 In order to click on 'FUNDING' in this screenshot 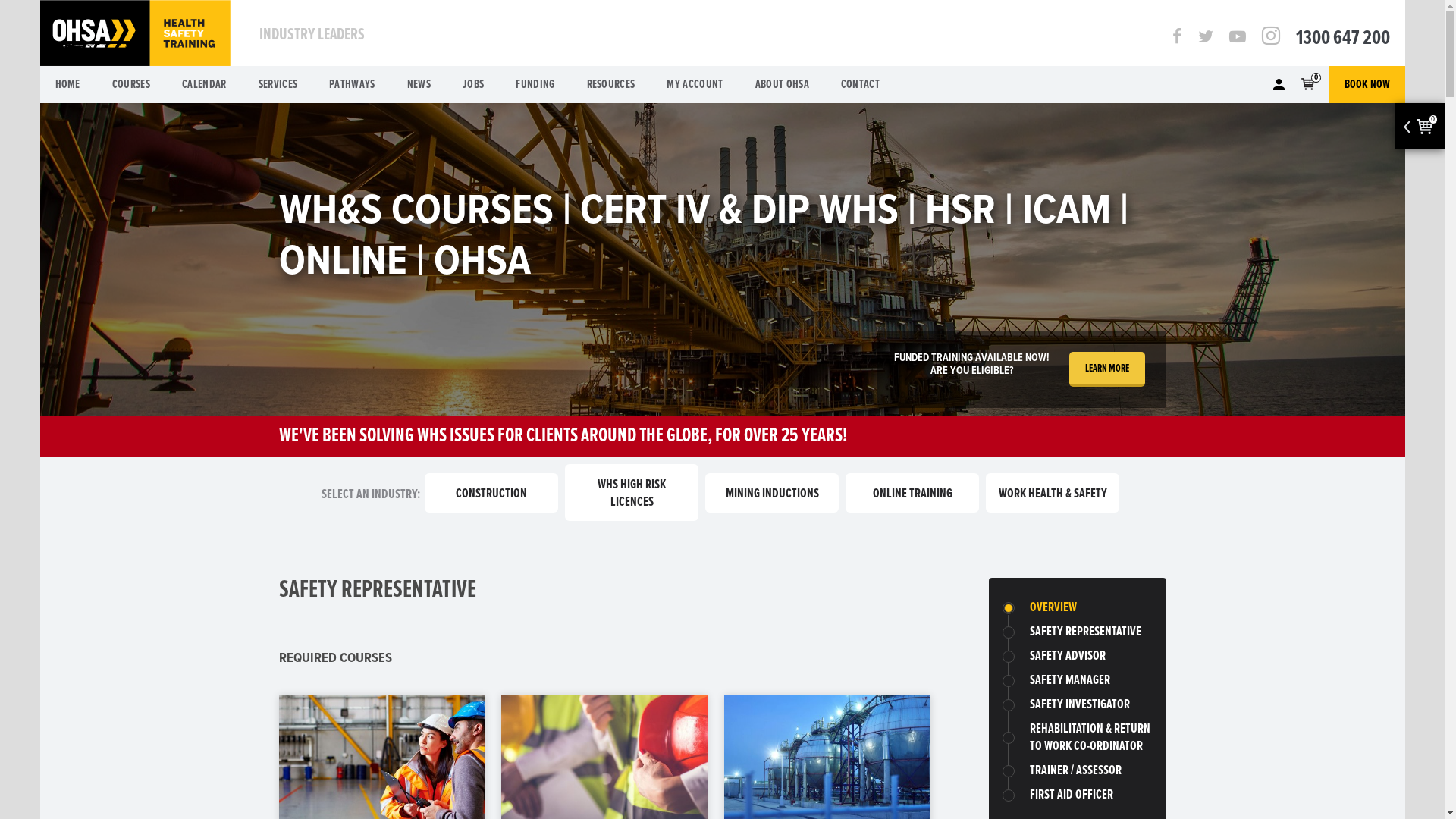, I will do `click(535, 84)`.